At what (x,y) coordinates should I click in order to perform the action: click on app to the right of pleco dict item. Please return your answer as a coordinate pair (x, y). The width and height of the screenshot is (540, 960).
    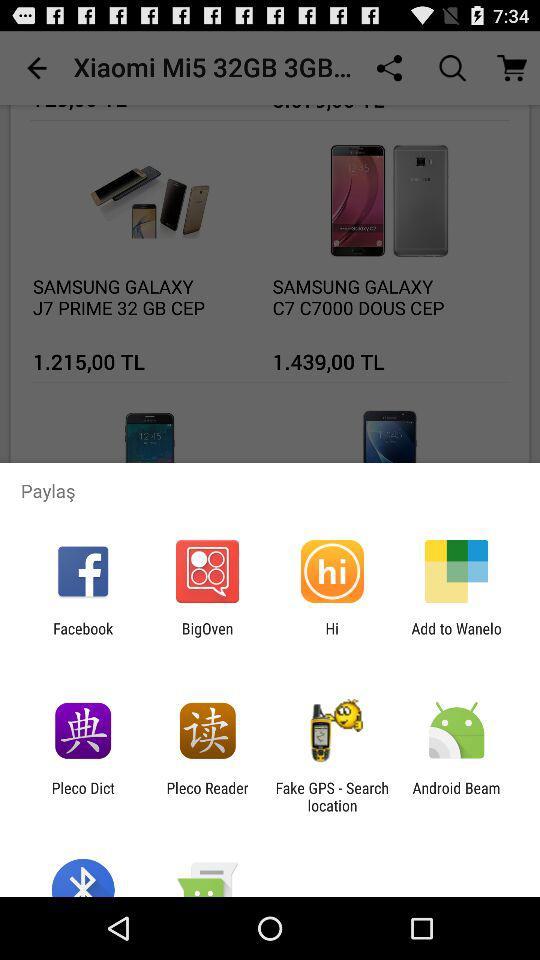
    Looking at the image, I should click on (206, 796).